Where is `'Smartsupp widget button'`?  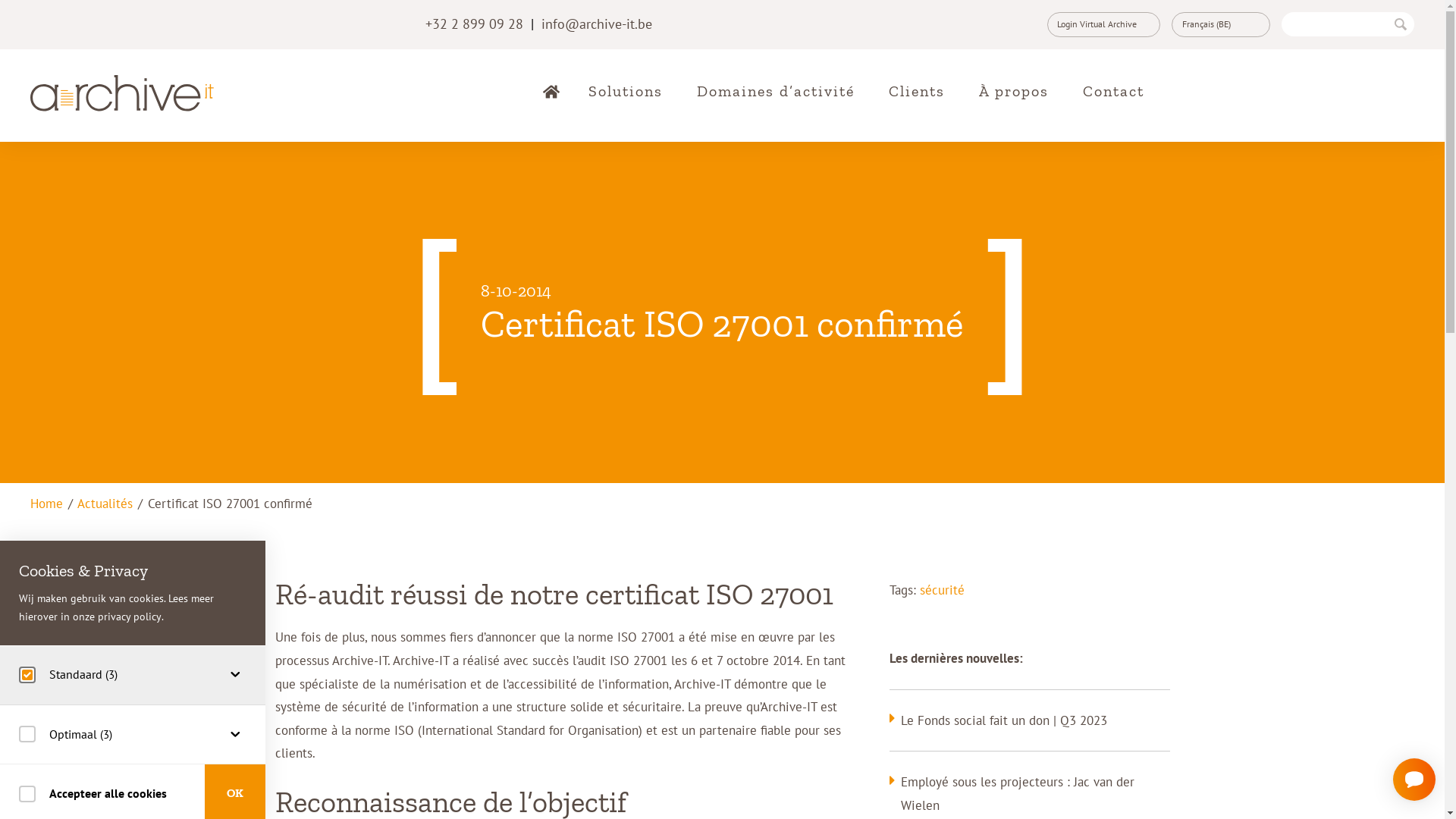
'Smartsupp widget button' is located at coordinates (1393, 780).